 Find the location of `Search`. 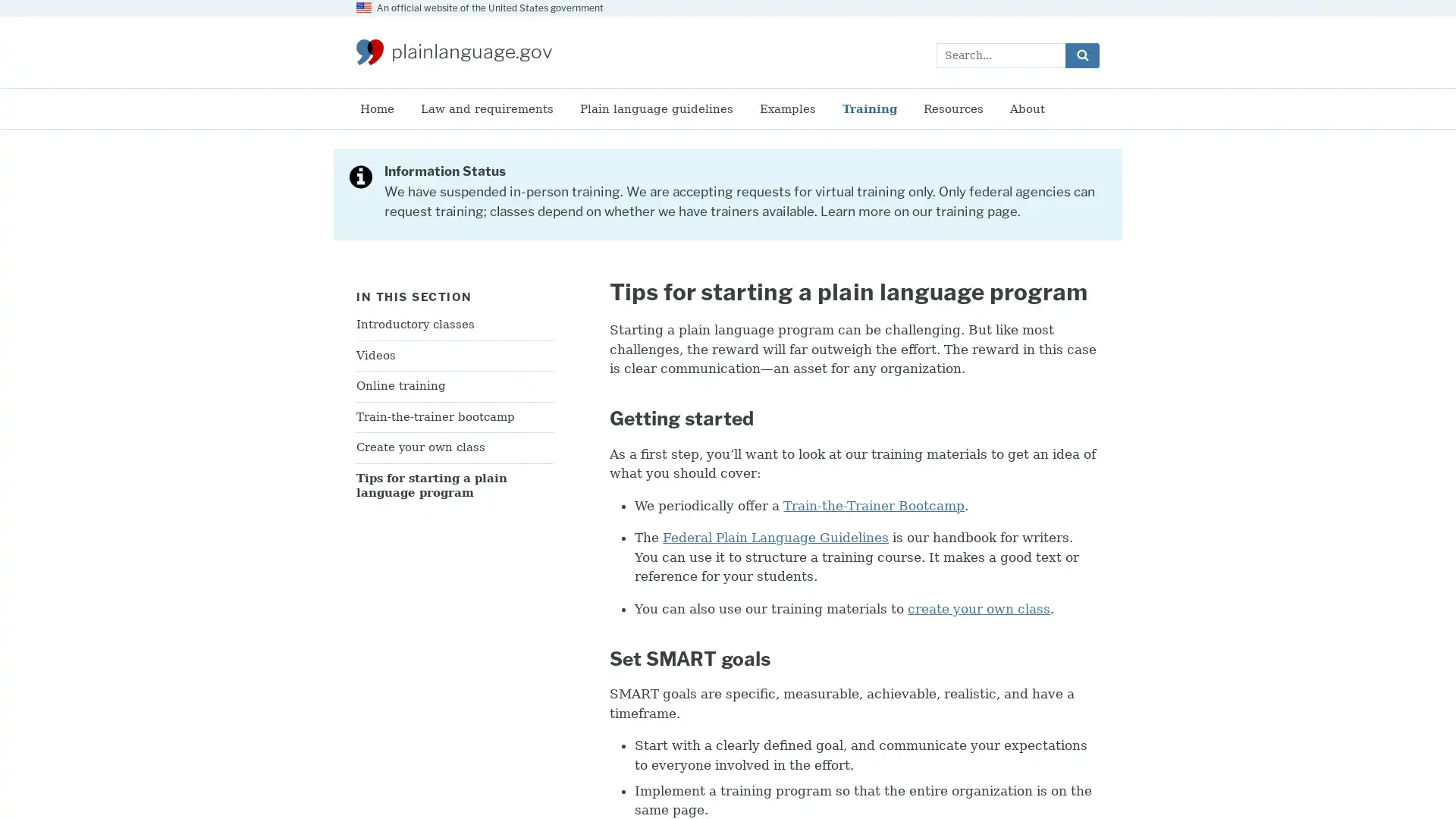

Search is located at coordinates (1081, 54).